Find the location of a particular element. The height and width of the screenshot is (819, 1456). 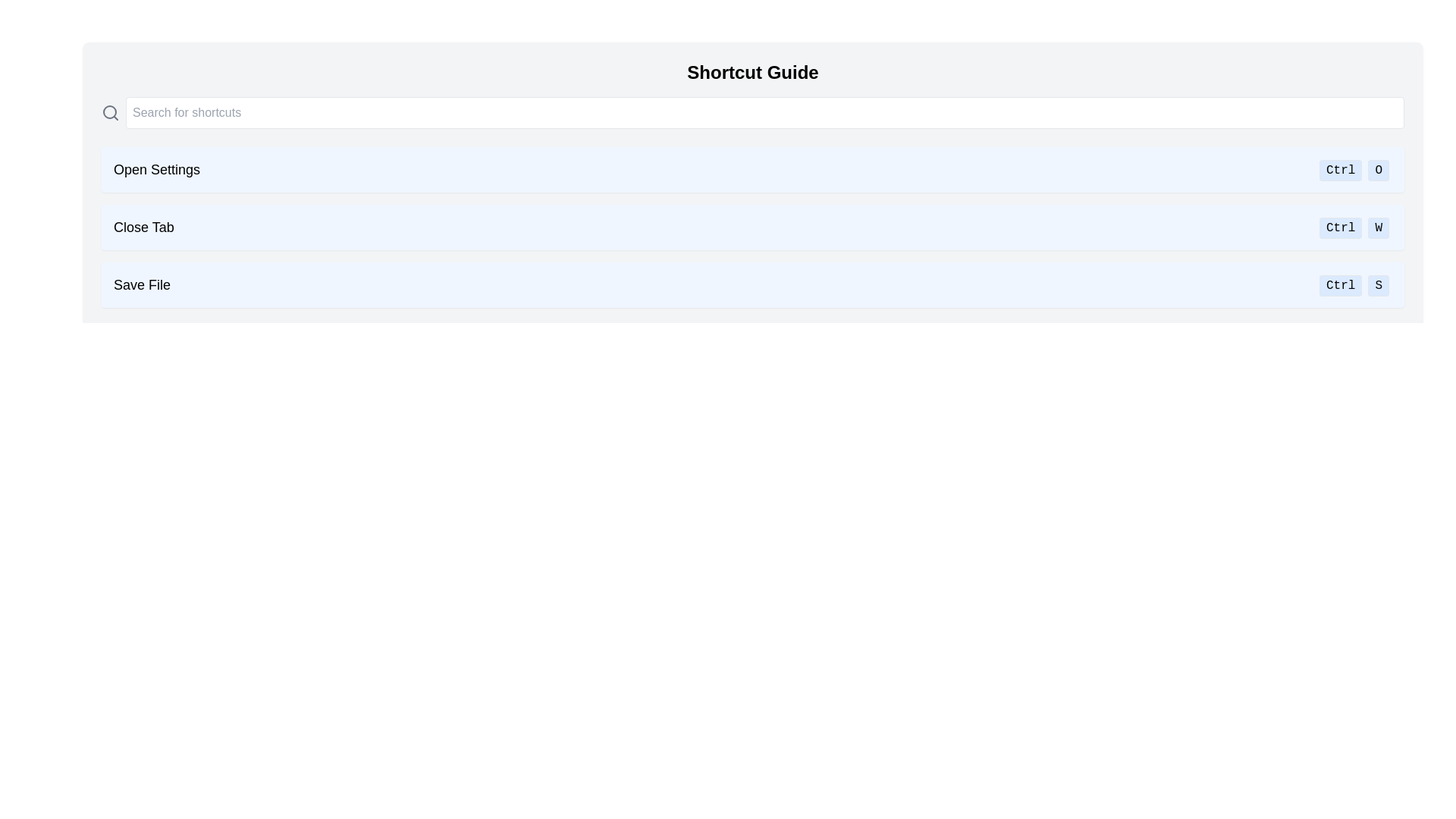

the text label that describes the shortcut item for opening settings, which is located on the leftmost side of a horizontal bar with a light blue background is located at coordinates (156, 169).